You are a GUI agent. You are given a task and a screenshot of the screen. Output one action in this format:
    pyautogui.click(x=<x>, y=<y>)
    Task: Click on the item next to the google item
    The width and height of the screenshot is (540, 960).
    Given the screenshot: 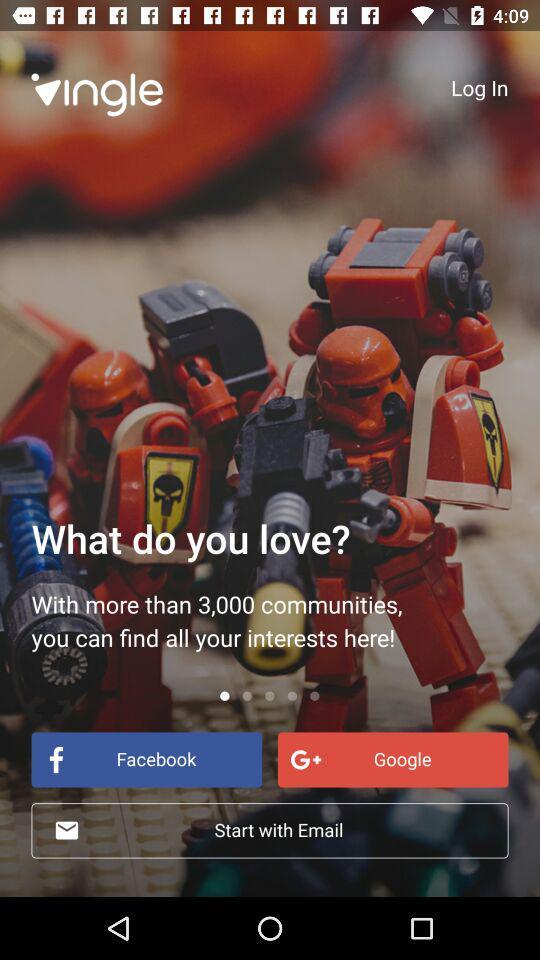 What is the action you would take?
    pyautogui.click(x=145, y=758)
    